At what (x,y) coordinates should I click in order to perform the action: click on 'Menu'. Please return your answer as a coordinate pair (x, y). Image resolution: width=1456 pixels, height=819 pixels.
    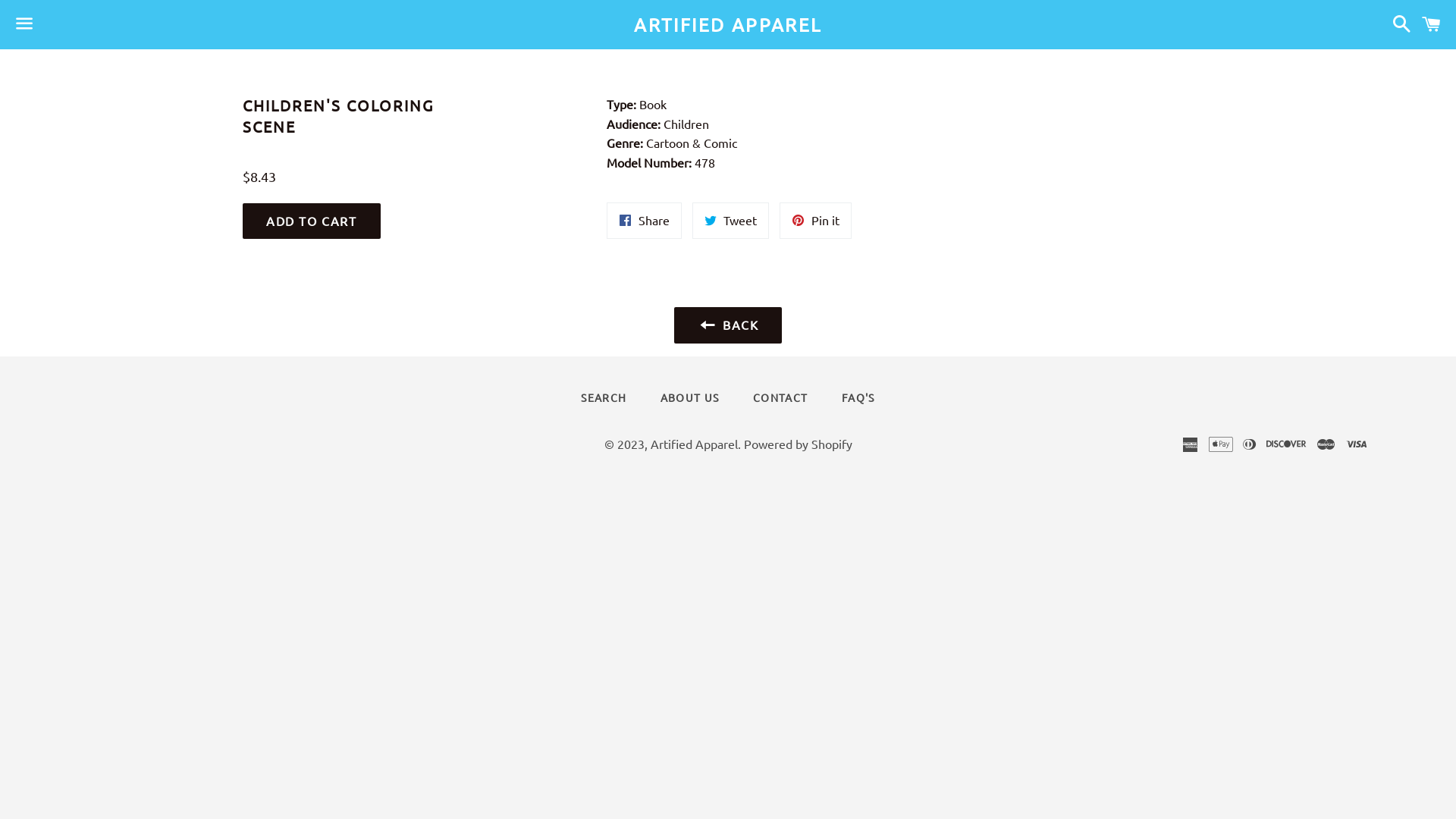
    Looking at the image, I should click on (24, 25).